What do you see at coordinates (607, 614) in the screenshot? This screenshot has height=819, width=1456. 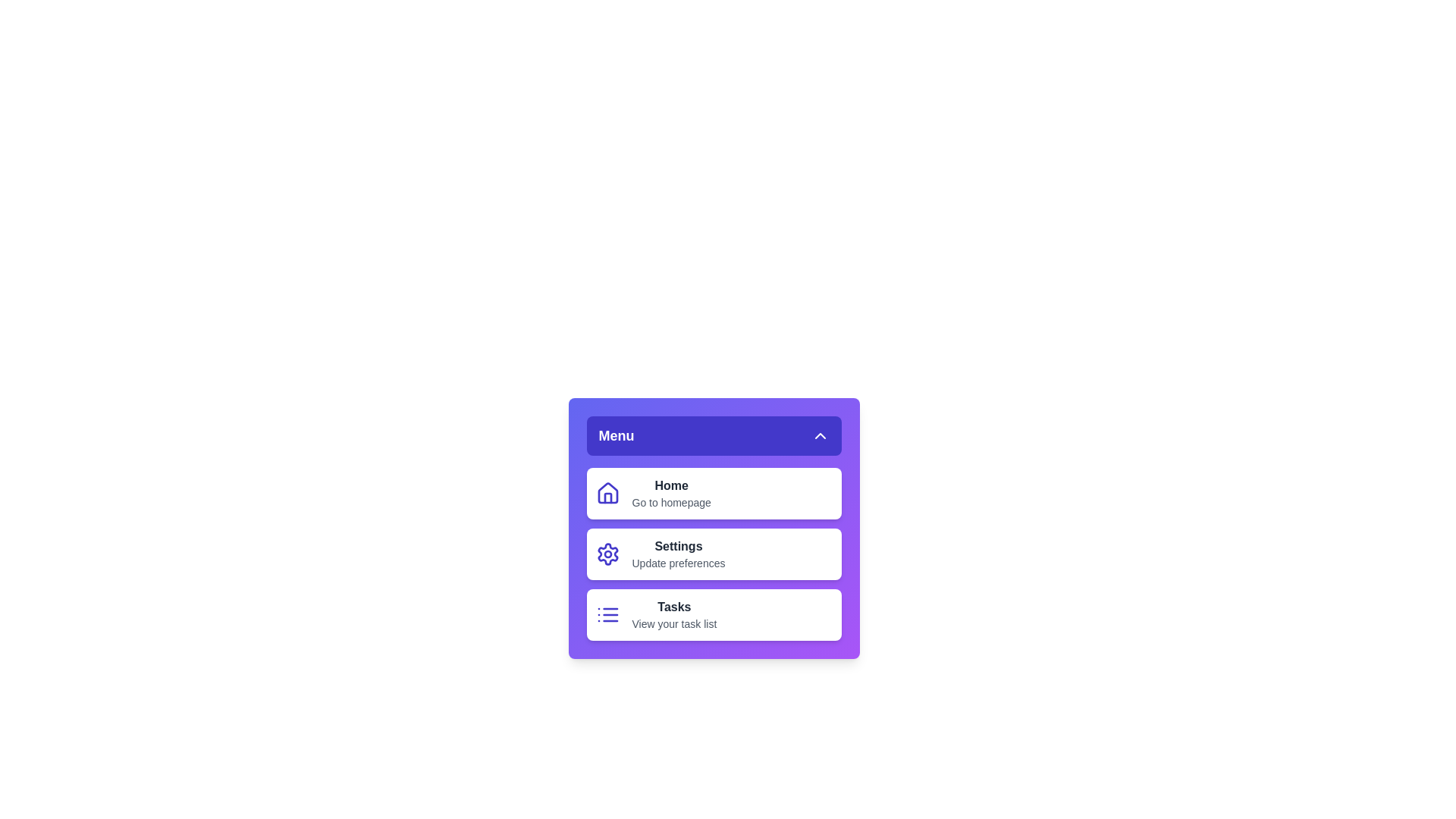 I see `the Tasks icon to inspect its visual feedback` at bounding box center [607, 614].